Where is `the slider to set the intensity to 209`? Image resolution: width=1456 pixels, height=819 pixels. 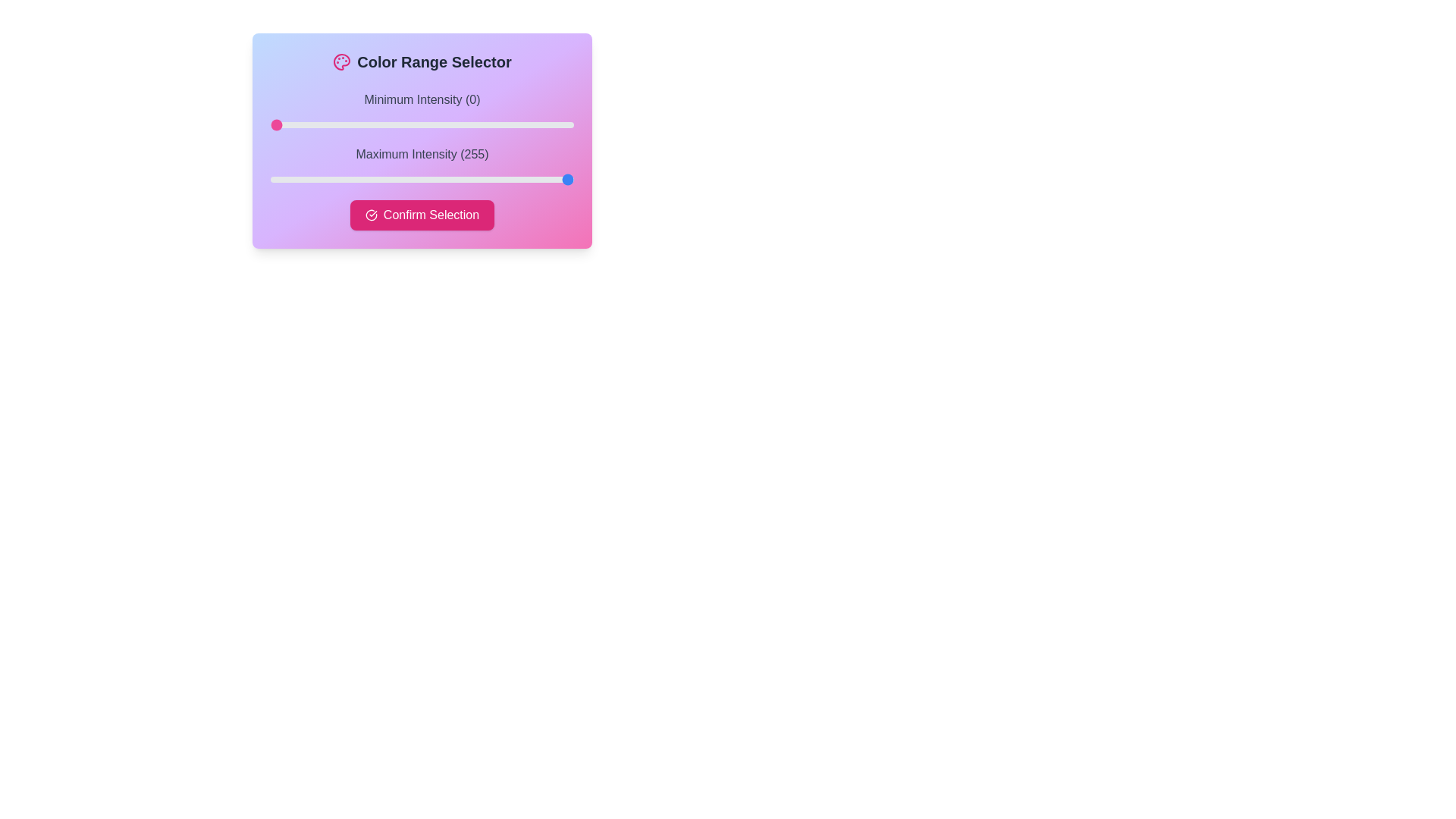 the slider to set the intensity to 209 is located at coordinates (519, 124).